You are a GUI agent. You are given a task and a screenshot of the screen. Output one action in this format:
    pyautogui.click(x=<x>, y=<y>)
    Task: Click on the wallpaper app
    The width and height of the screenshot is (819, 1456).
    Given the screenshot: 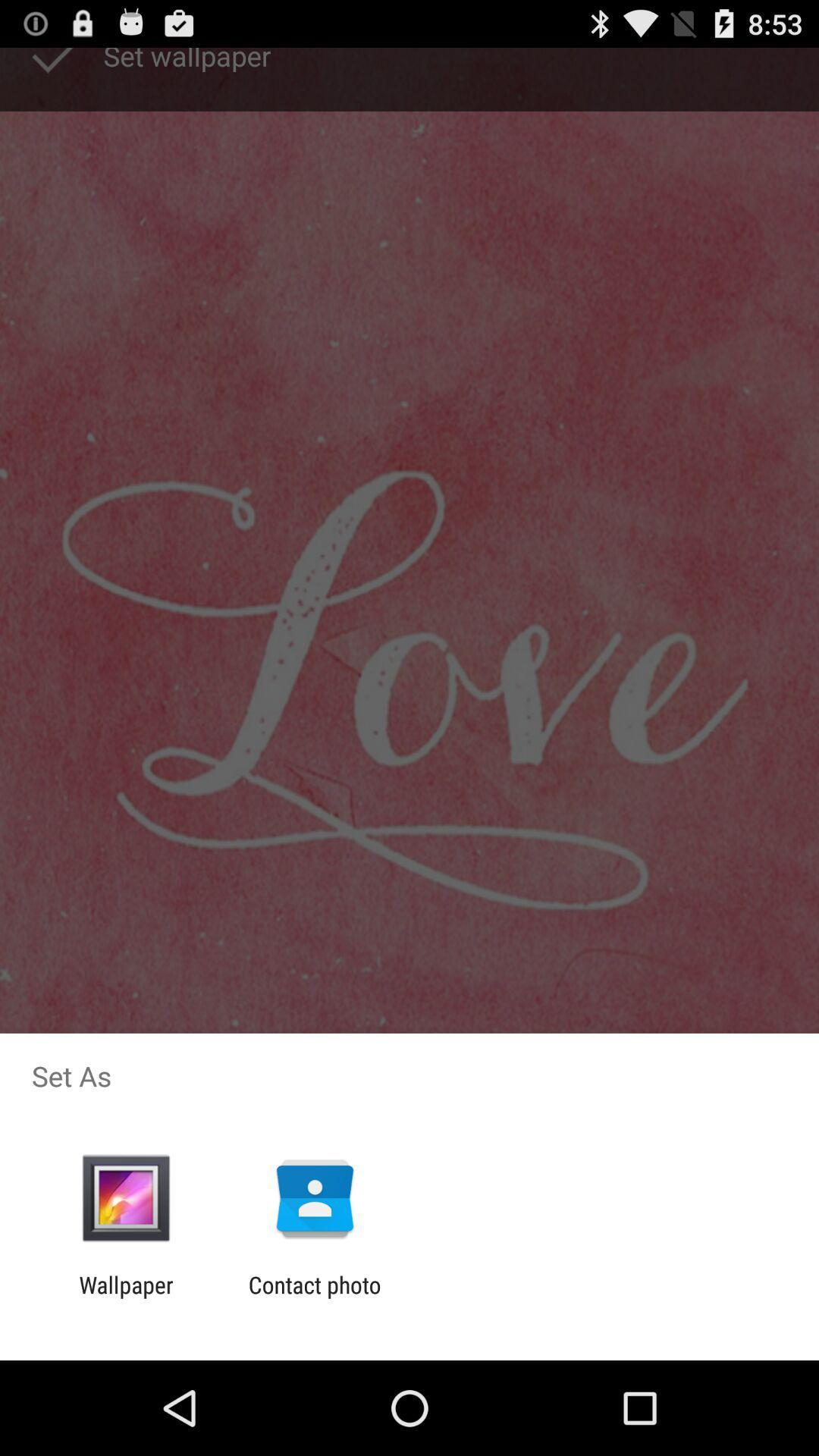 What is the action you would take?
    pyautogui.click(x=125, y=1298)
    